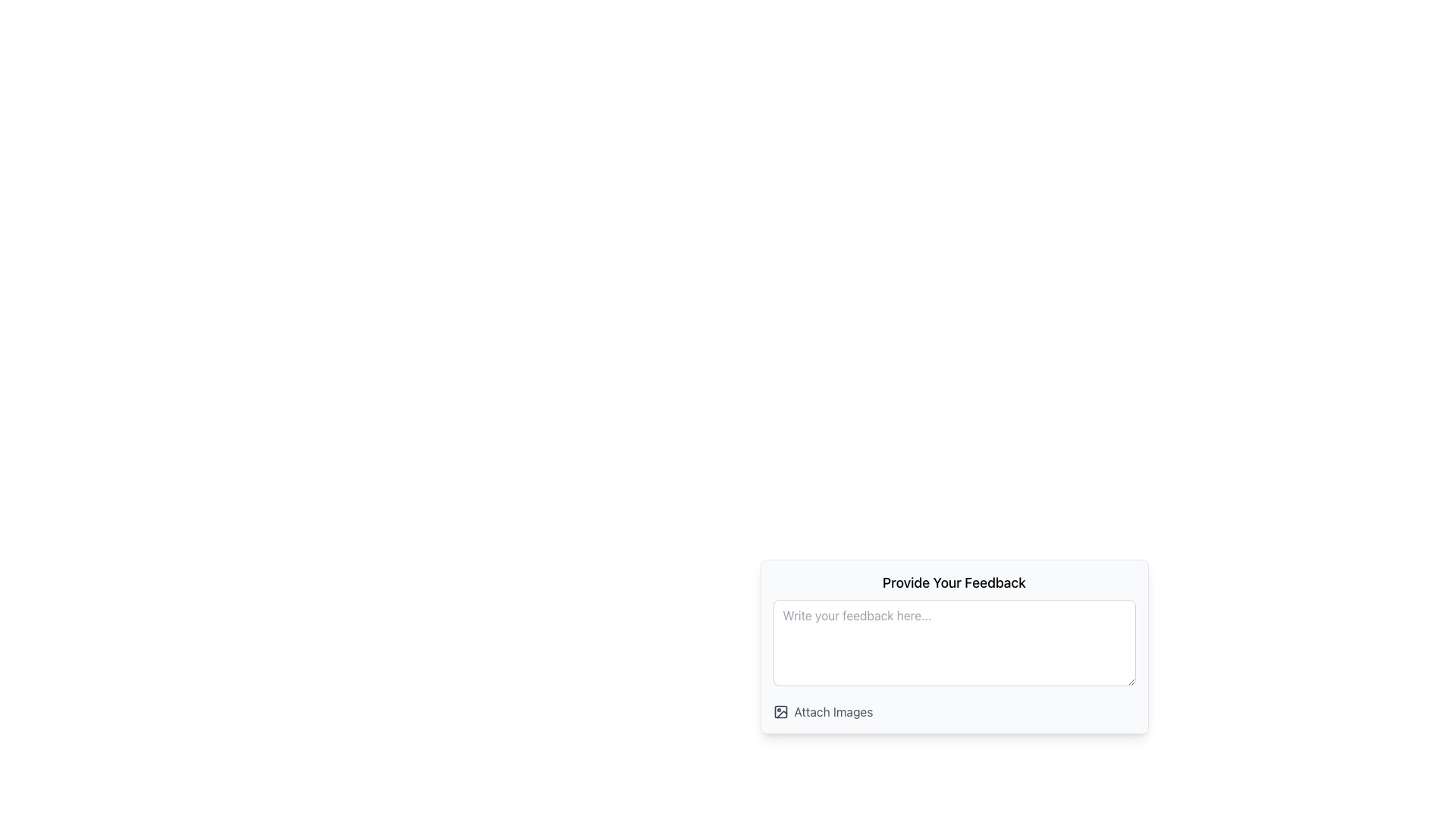 This screenshot has height=819, width=1456. Describe the element at coordinates (780, 711) in the screenshot. I see `graphical icon element positioned within the top-left region of the image icon for debugging purposes` at that location.